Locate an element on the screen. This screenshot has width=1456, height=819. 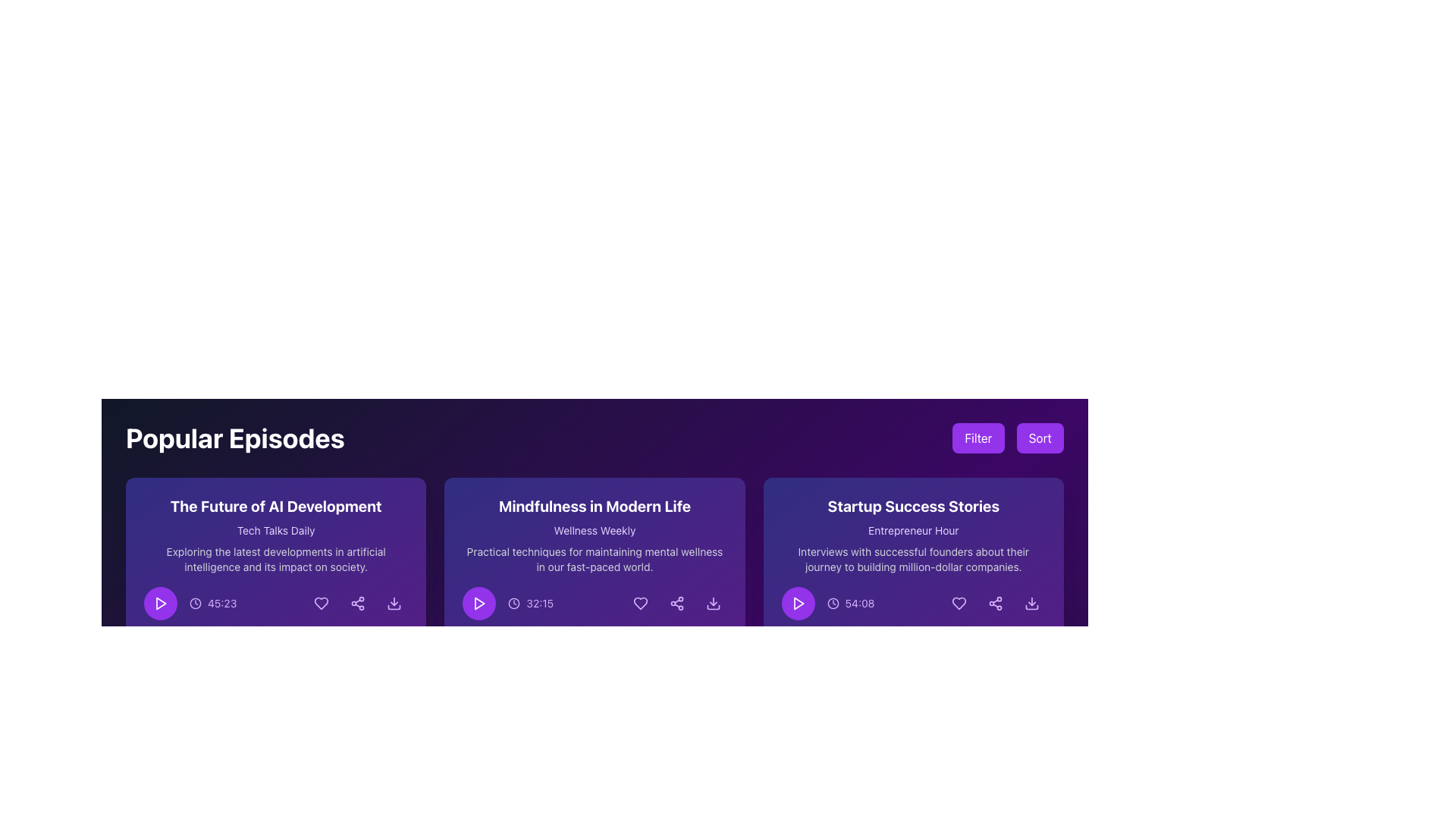
the download icon button located in the bottom-right corner of the 'Mindfulness in Modern Life' card is located at coordinates (712, 602).